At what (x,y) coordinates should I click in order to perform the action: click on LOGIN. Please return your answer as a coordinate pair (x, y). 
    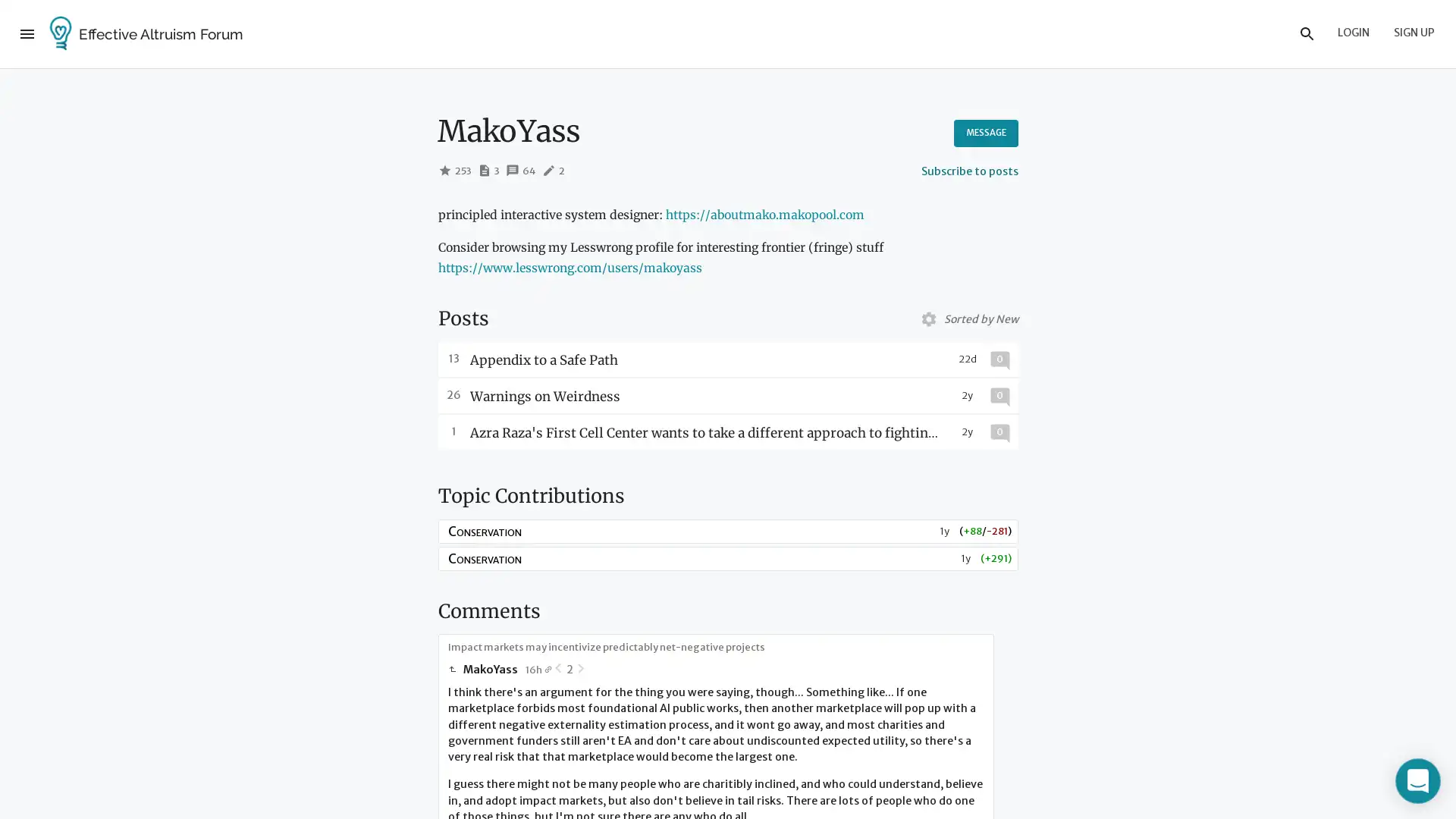
    Looking at the image, I should click on (1354, 33).